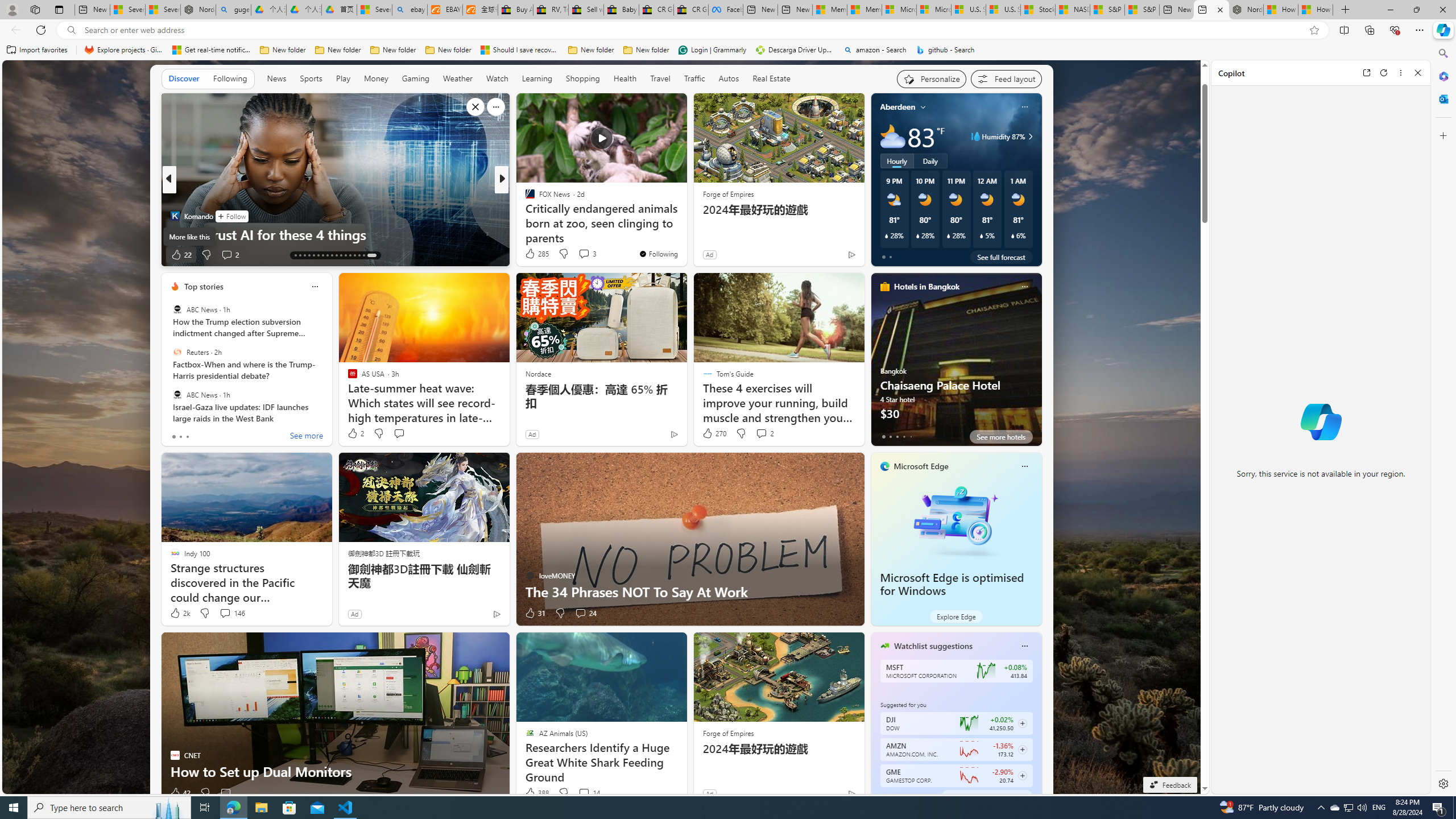  I want to click on 'amazon - Search', so click(874, 49).